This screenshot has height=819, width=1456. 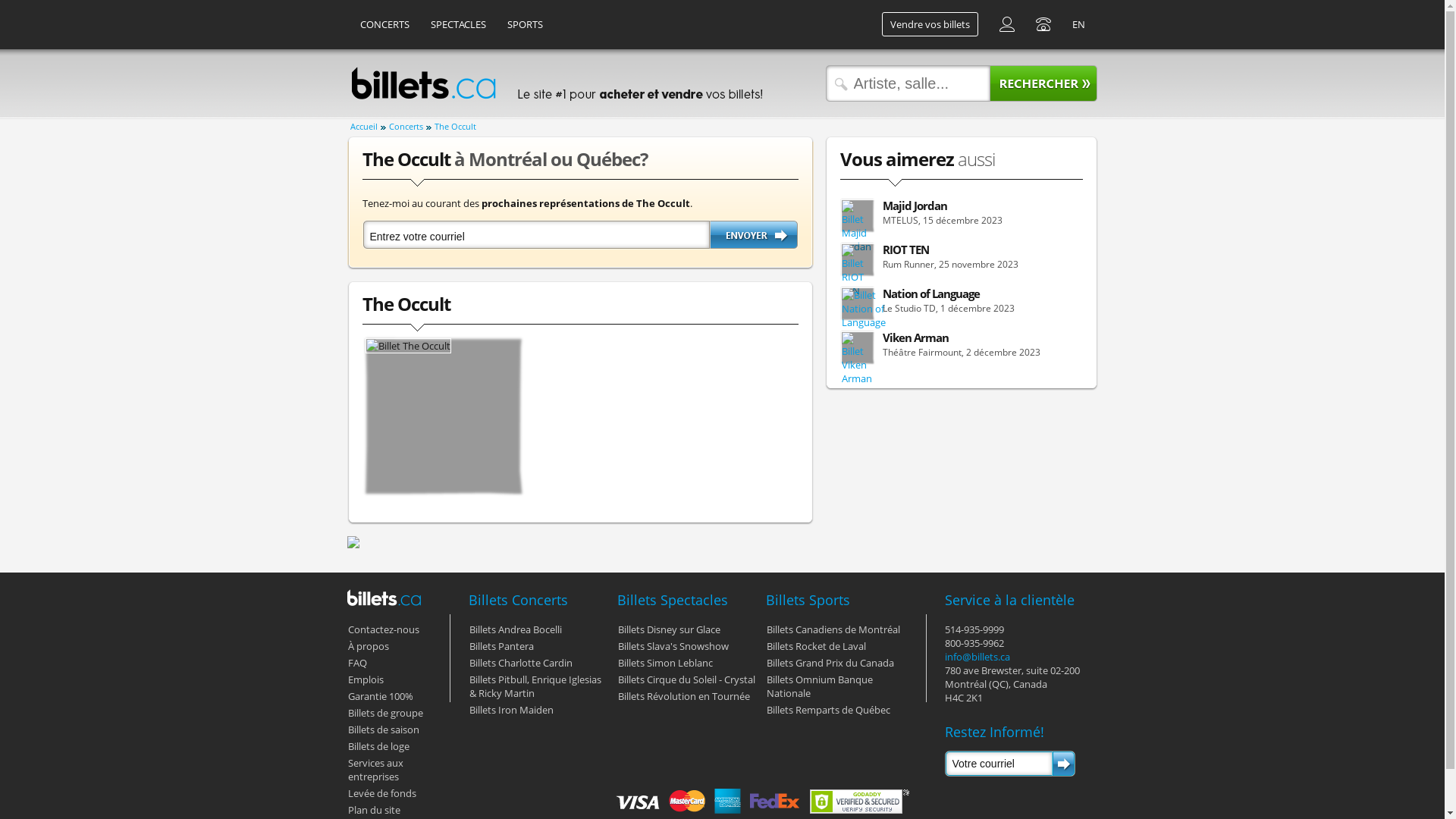 What do you see at coordinates (409, 127) in the screenshot?
I see `'Concerts'` at bounding box center [409, 127].